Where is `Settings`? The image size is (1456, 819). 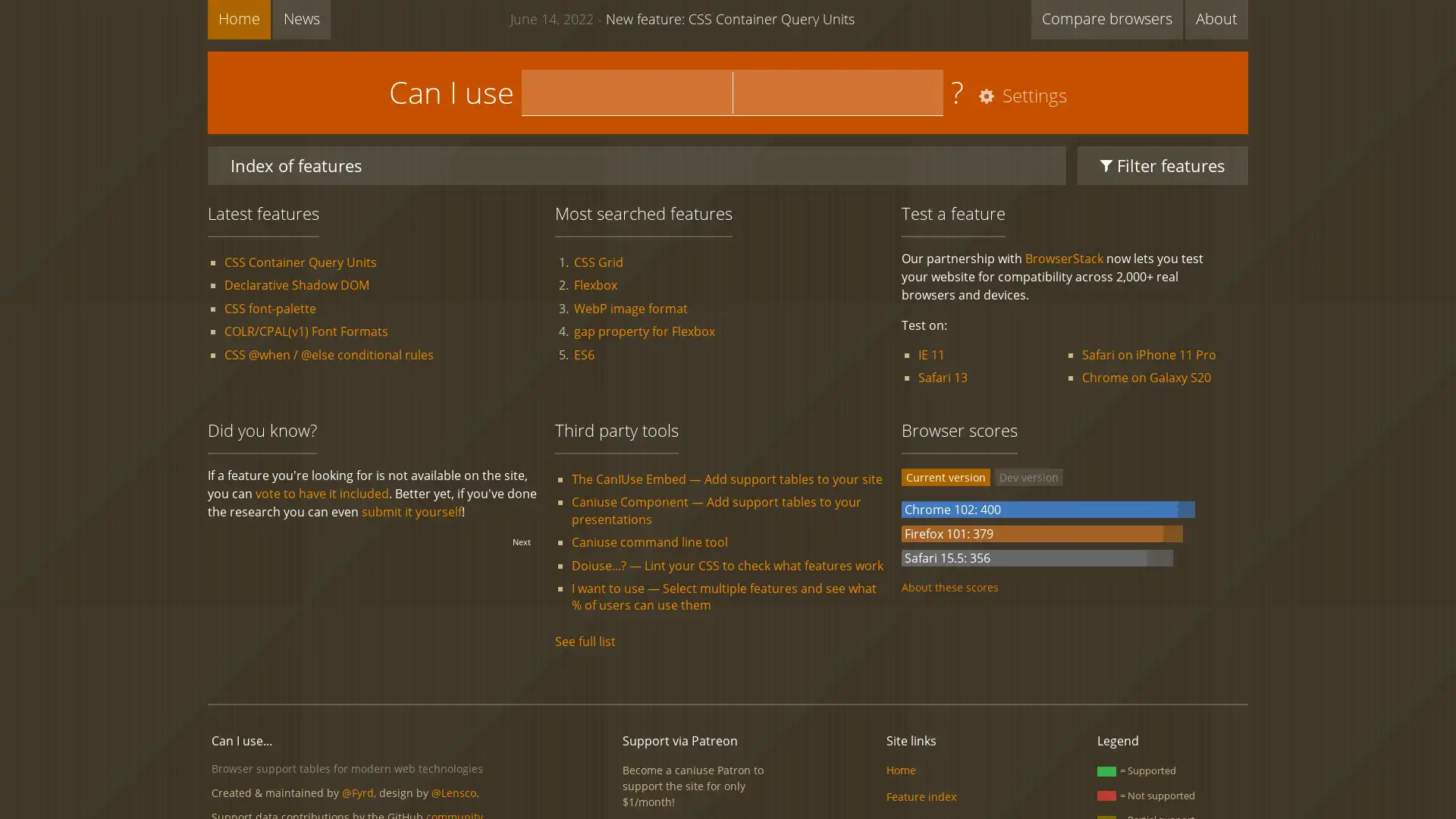 Settings is located at coordinates (1019, 96).